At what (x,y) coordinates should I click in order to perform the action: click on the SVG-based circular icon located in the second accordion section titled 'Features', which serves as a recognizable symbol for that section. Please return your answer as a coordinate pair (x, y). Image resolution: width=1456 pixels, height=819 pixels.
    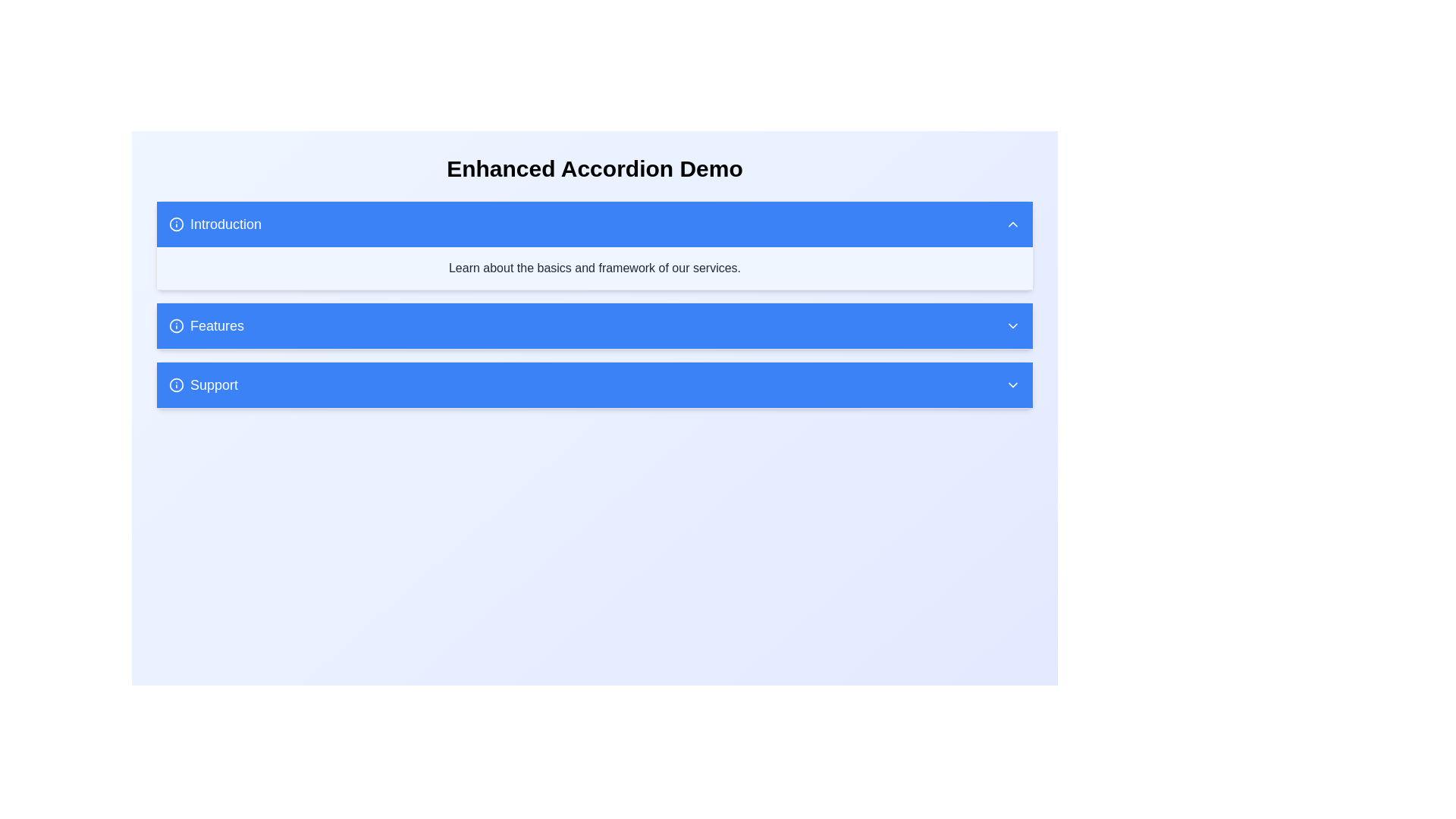
    Looking at the image, I should click on (177, 325).